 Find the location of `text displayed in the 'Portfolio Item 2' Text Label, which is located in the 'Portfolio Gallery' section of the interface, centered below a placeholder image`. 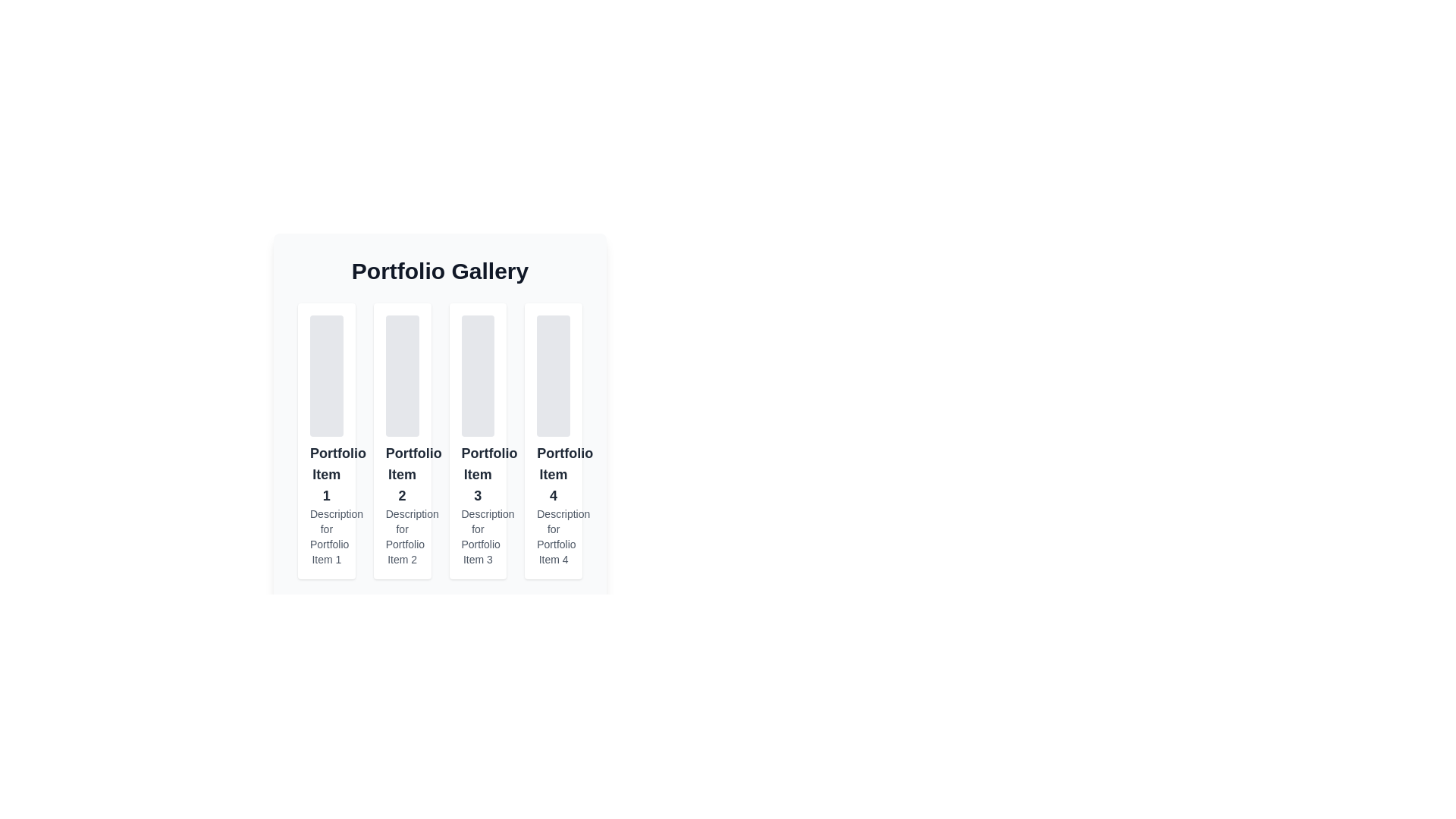

text displayed in the 'Portfolio Item 2' Text Label, which is located in the 'Portfolio Gallery' section of the interface, centered below a placeholder image is located at coordinates (402, 473).